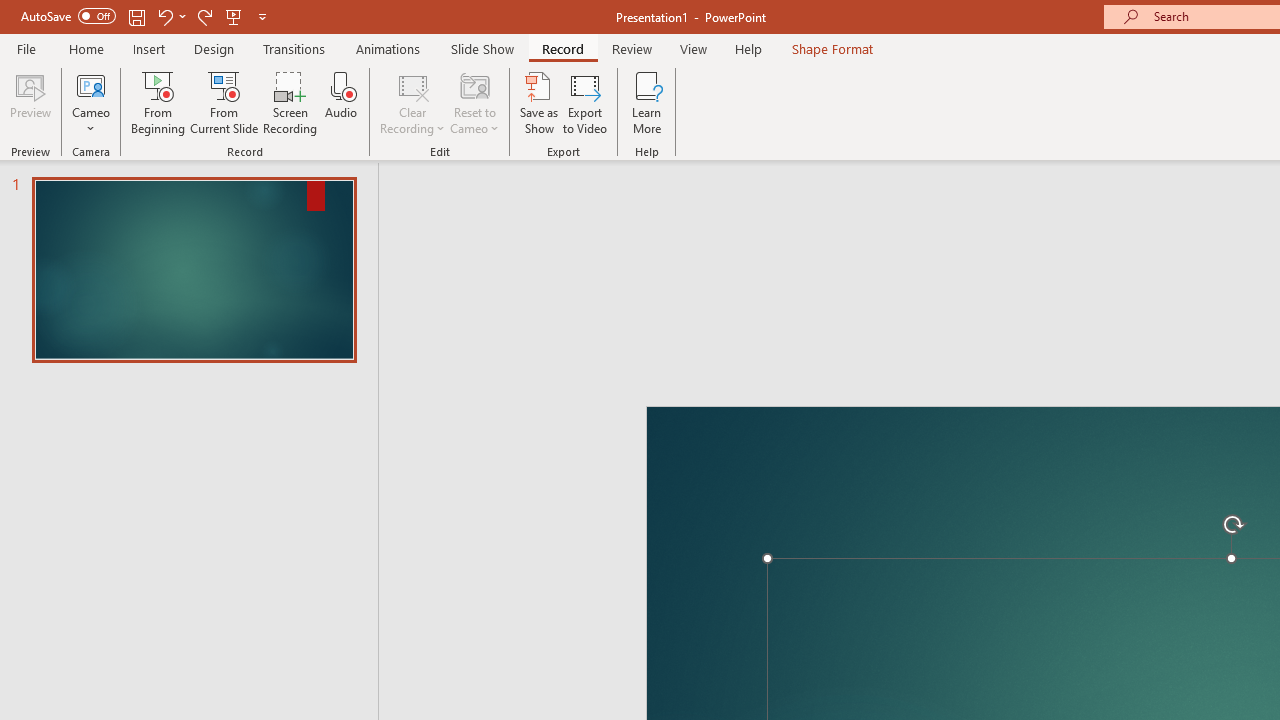 The width and height of the screenshot is (1280, 720). What do you see at coordinates (539, 103) in the screenshot?
I see `'Save as Show'` at bounding box center [539, 103].